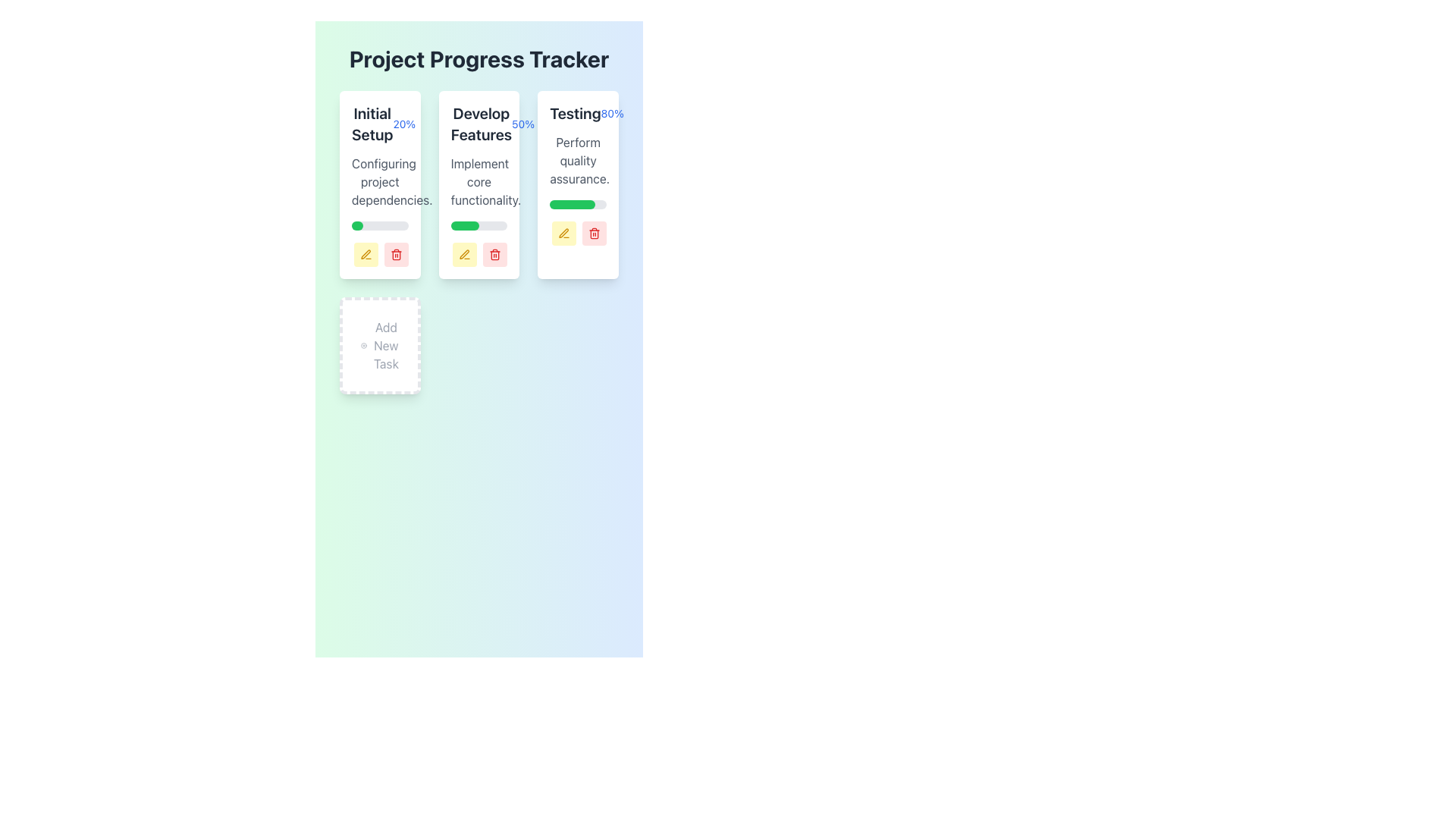 The image size is (1456, 819). Describe the element at coordinates (593, 234) in the screenshot. I see `the trash can icon button located at the bottom right corner of the 'Testing' card` at that location.